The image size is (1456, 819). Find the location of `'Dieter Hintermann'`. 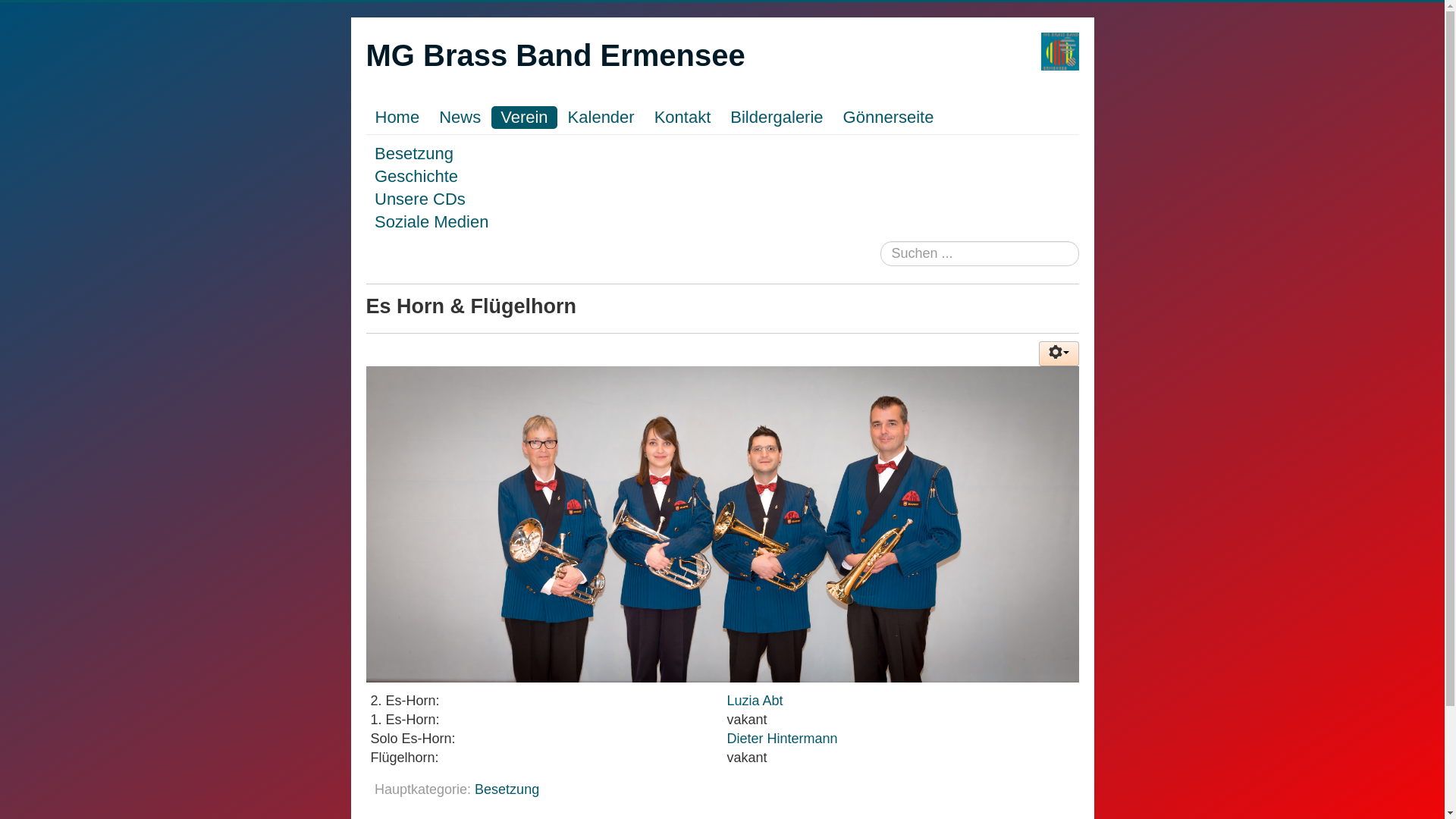

'Dieter Hintermann' is located at coordinates (783, 738).